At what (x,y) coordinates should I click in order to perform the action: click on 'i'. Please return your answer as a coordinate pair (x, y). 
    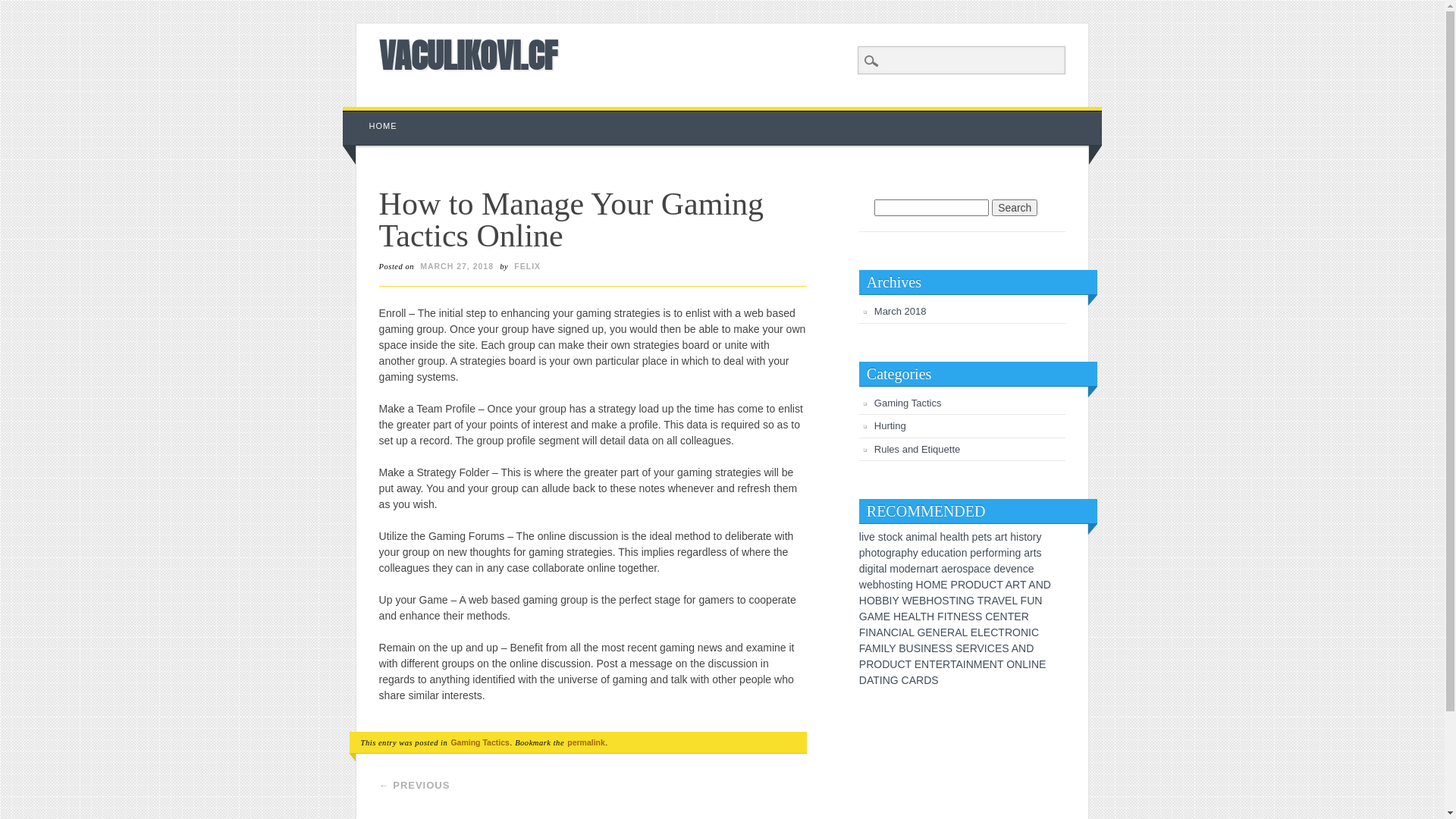
    Looking at the image, I should click on (1008, 553).